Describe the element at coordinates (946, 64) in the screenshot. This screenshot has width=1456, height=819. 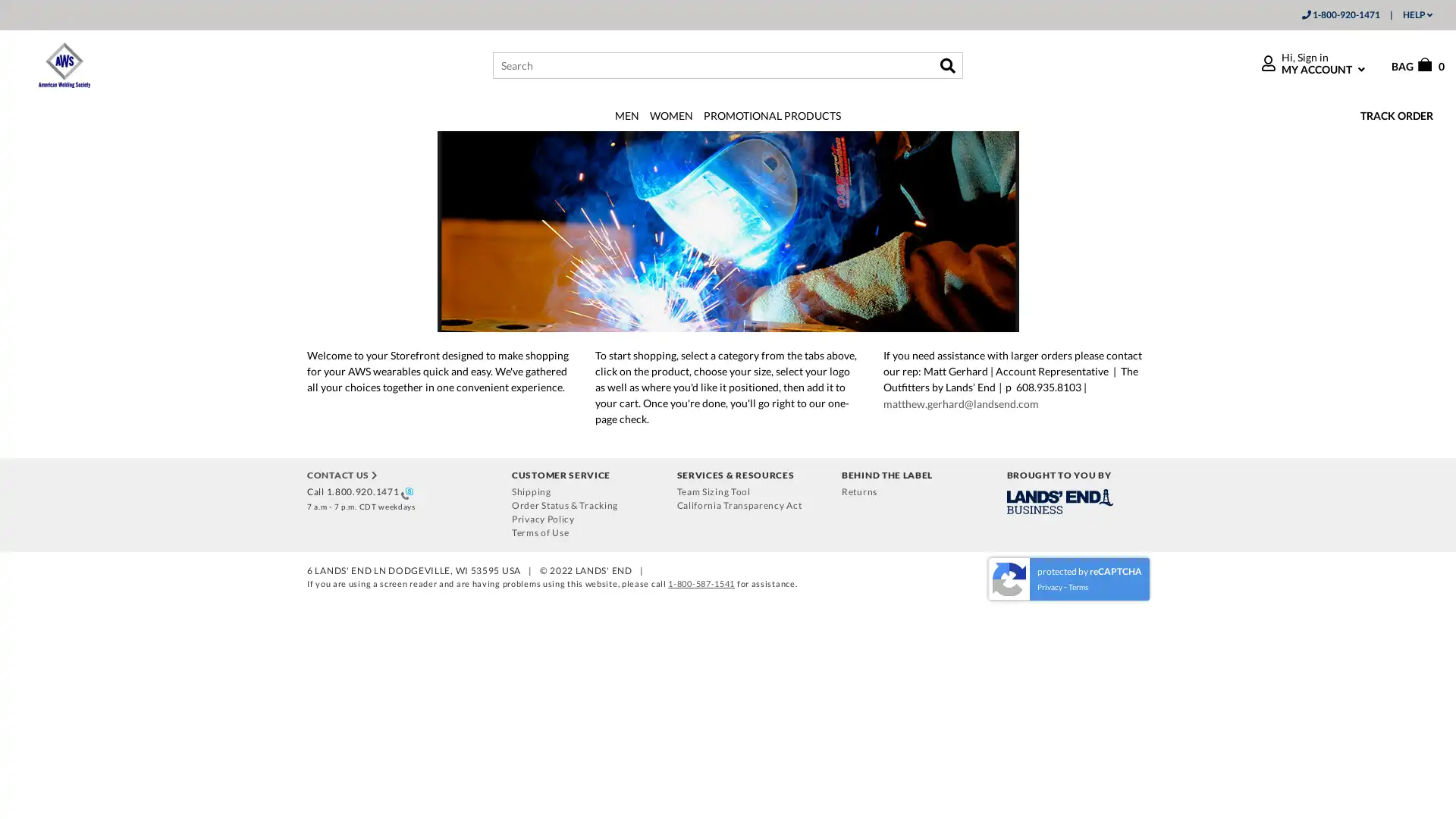
I see `search` at that location.